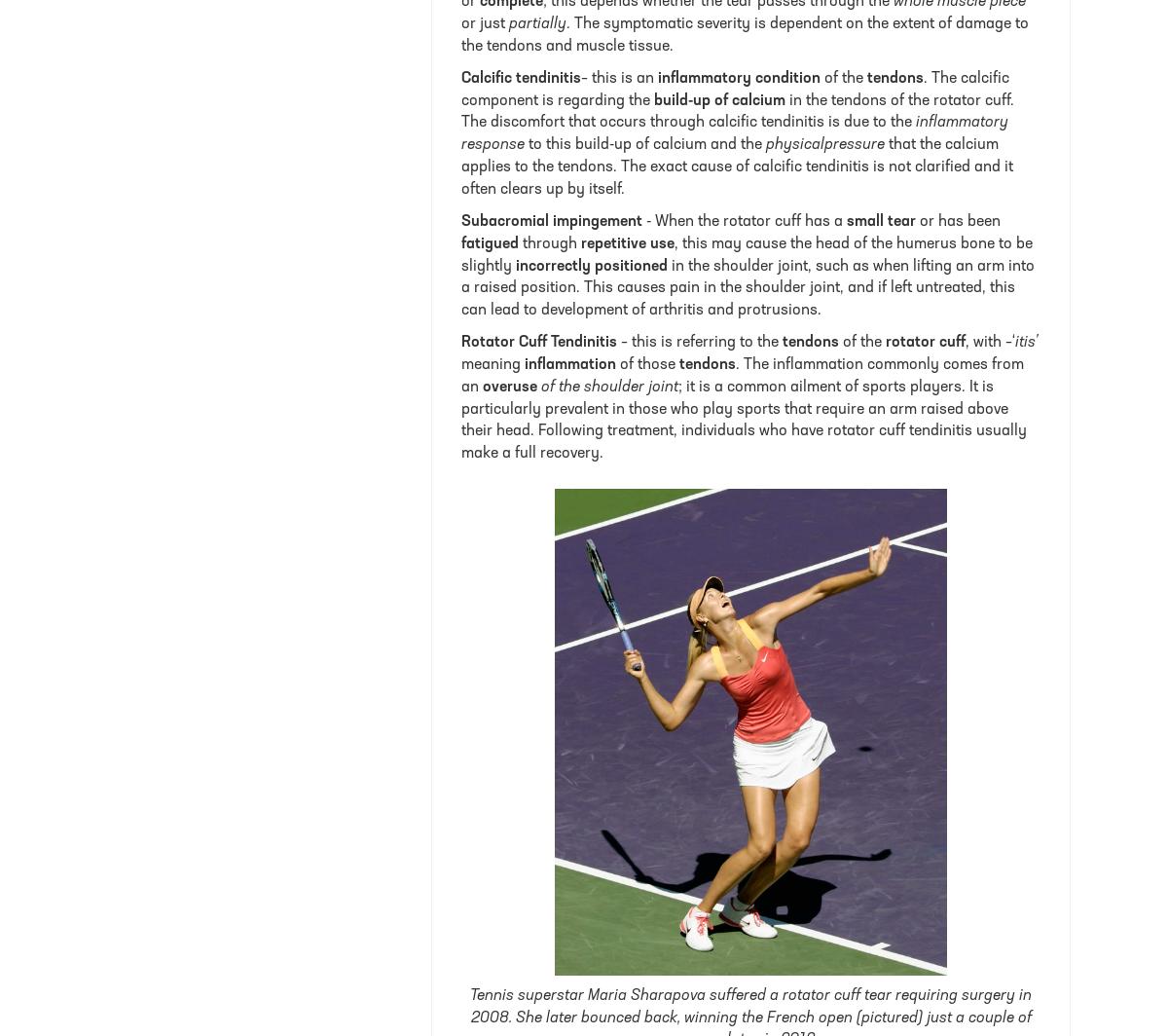 This screenshot has height=1036, width=1168. What do you see at coordinates (548, 243) in the screenshot?
I see `'through'` at bounding box center [548, 243].